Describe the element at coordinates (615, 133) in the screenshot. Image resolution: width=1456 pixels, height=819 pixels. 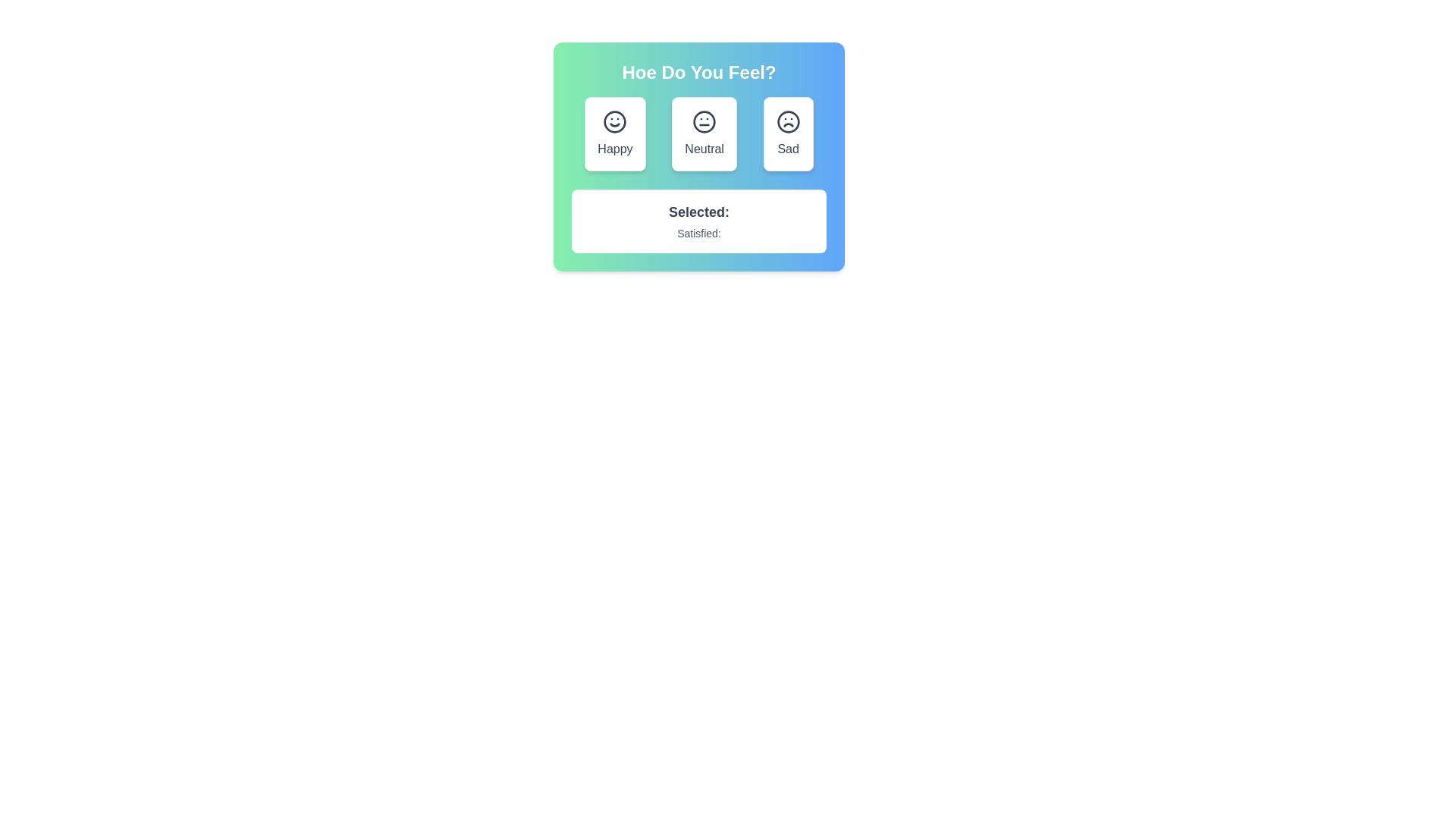
I see `the Happy button to select the corresponding emotion` at that location.